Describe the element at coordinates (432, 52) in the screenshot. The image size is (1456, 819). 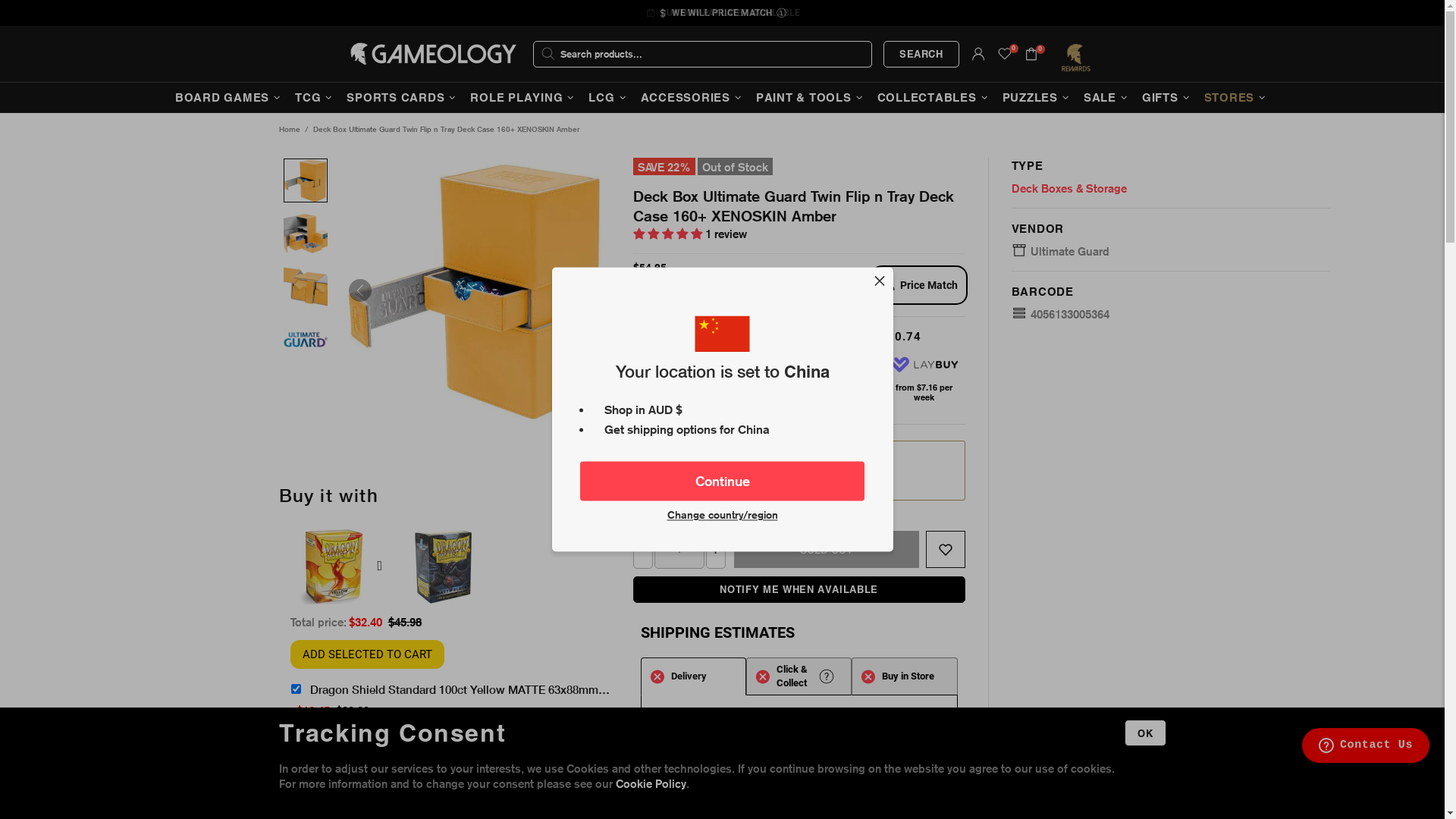
I see `'Gameology'` at that location.